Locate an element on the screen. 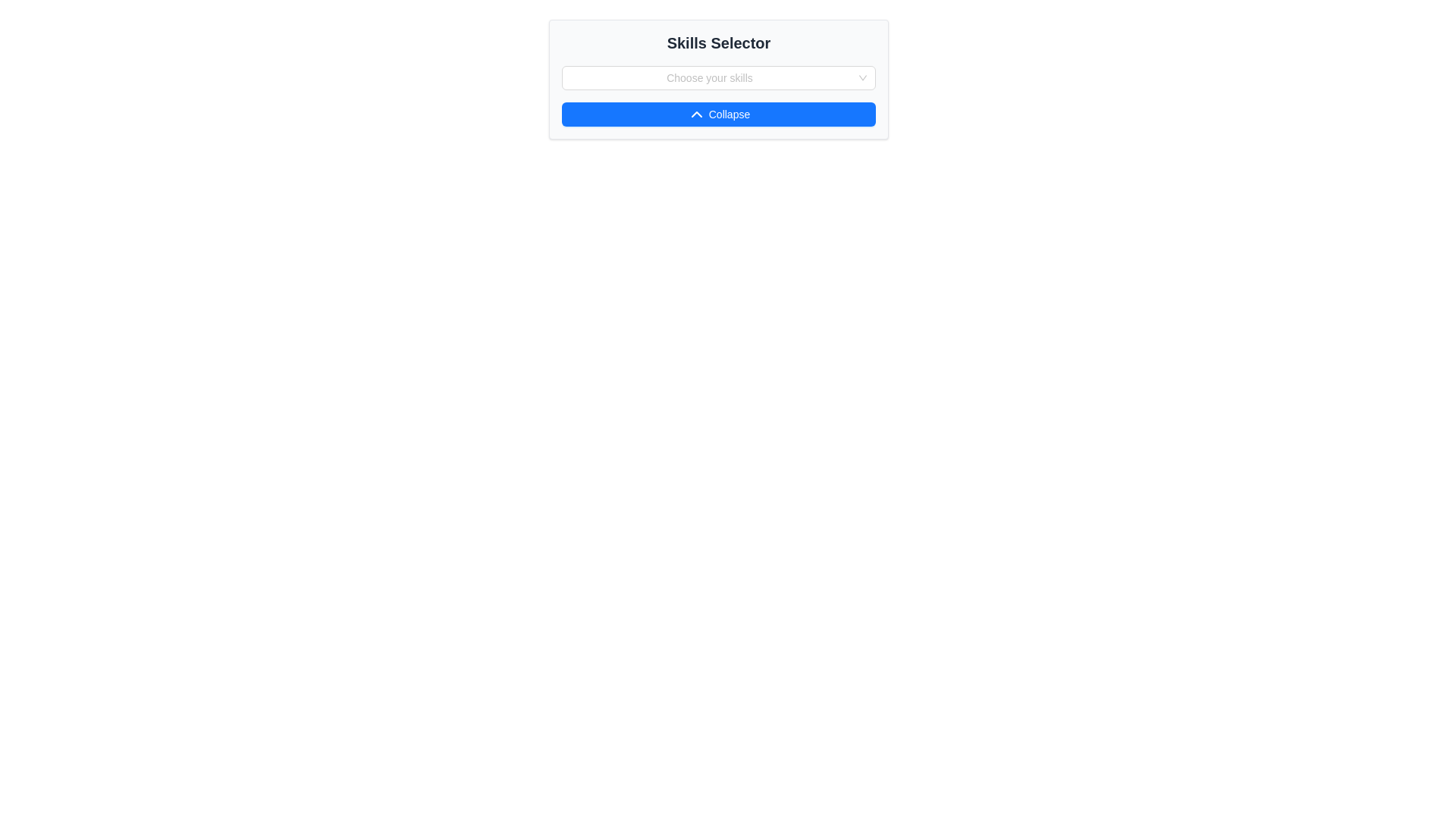  the multi-select dropdown input labeled 'Choose your skills' is located at coordinates (718, 78).